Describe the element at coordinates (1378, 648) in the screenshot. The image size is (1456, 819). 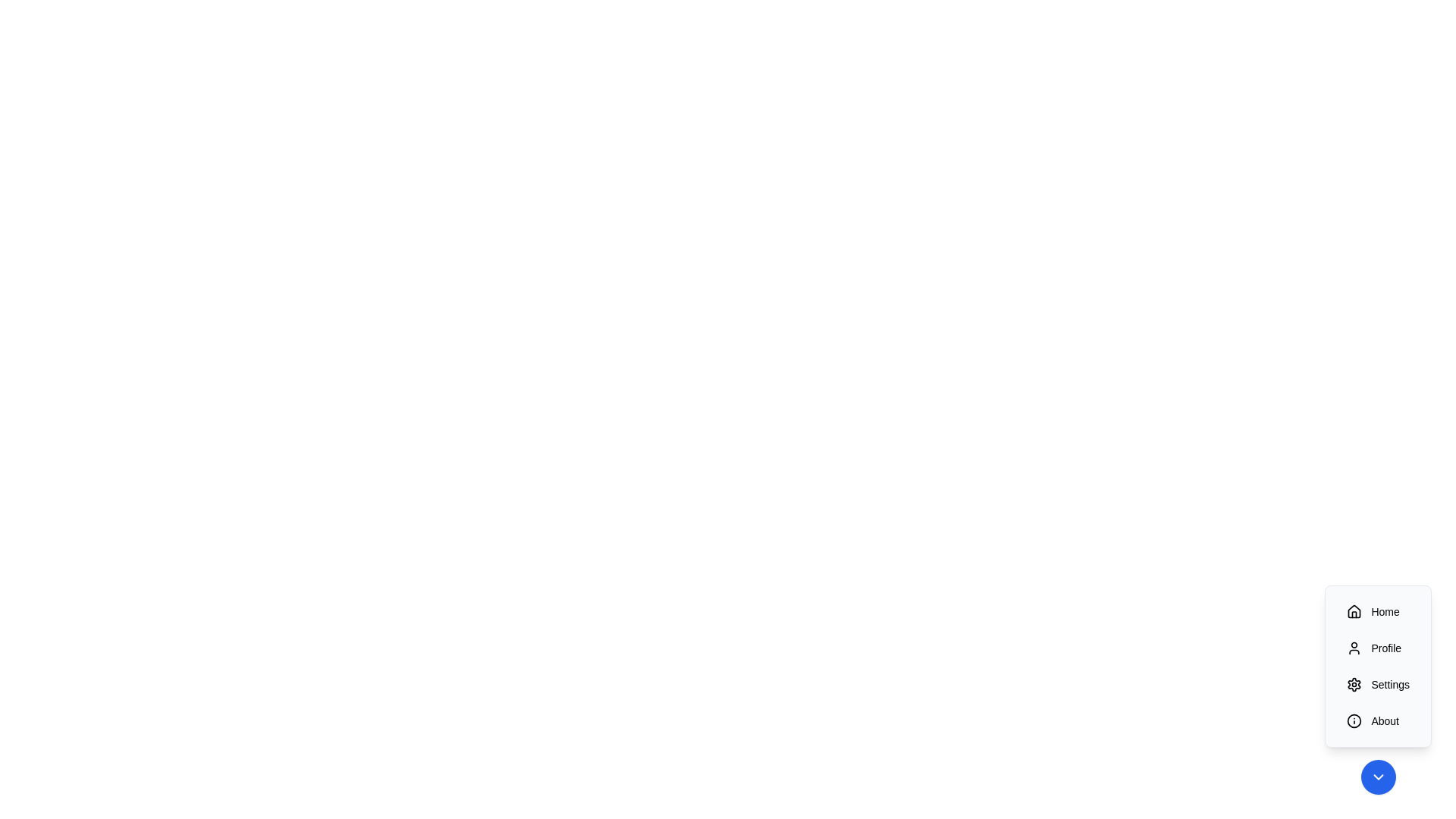
I see `the 'Profile' button` at that location.